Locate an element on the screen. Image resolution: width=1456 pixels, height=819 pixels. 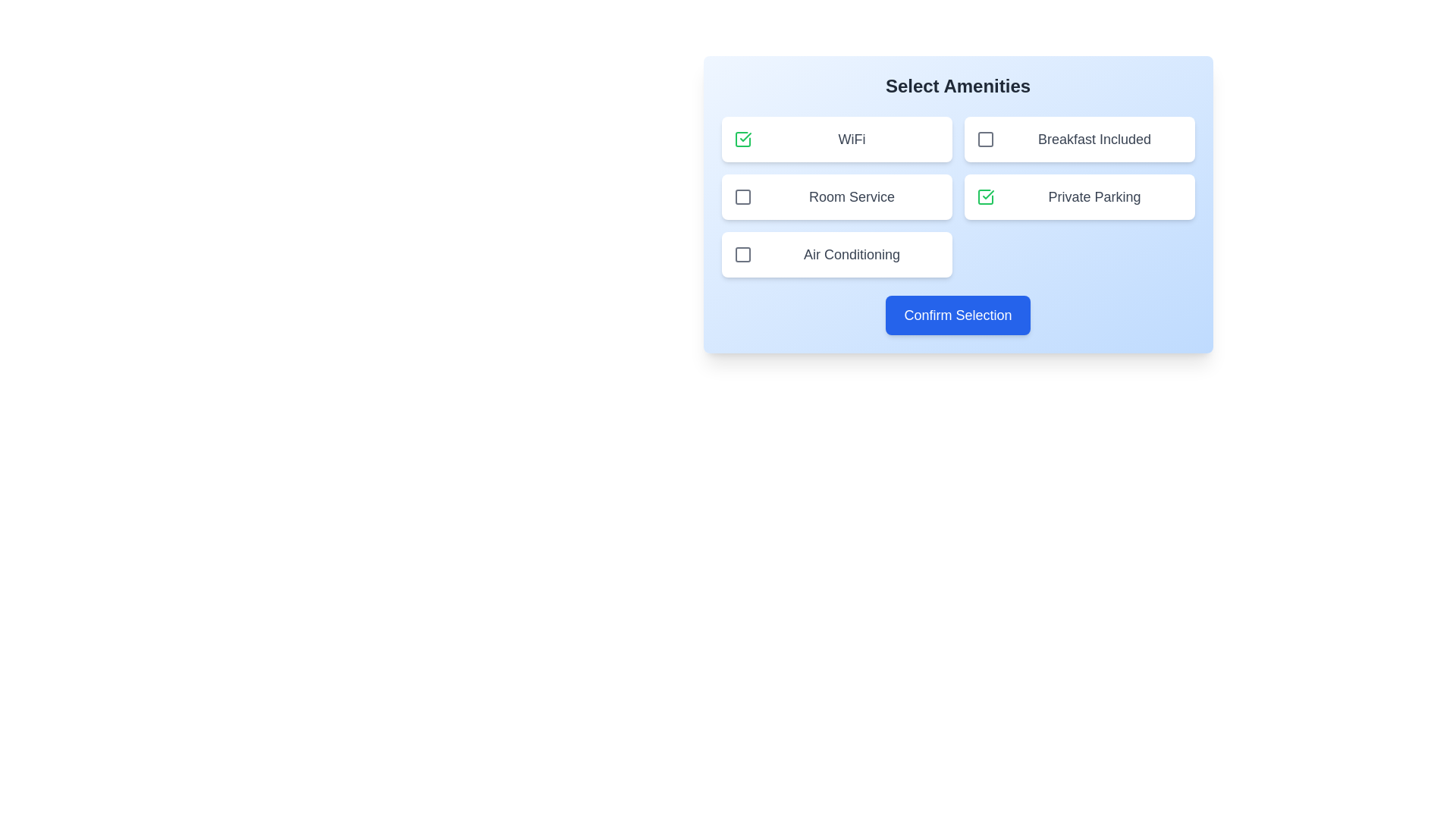
the green checkmark icon in the checkbox for the 'WiFi' option in the amenities selection interface is located at coordinates (745, 137).